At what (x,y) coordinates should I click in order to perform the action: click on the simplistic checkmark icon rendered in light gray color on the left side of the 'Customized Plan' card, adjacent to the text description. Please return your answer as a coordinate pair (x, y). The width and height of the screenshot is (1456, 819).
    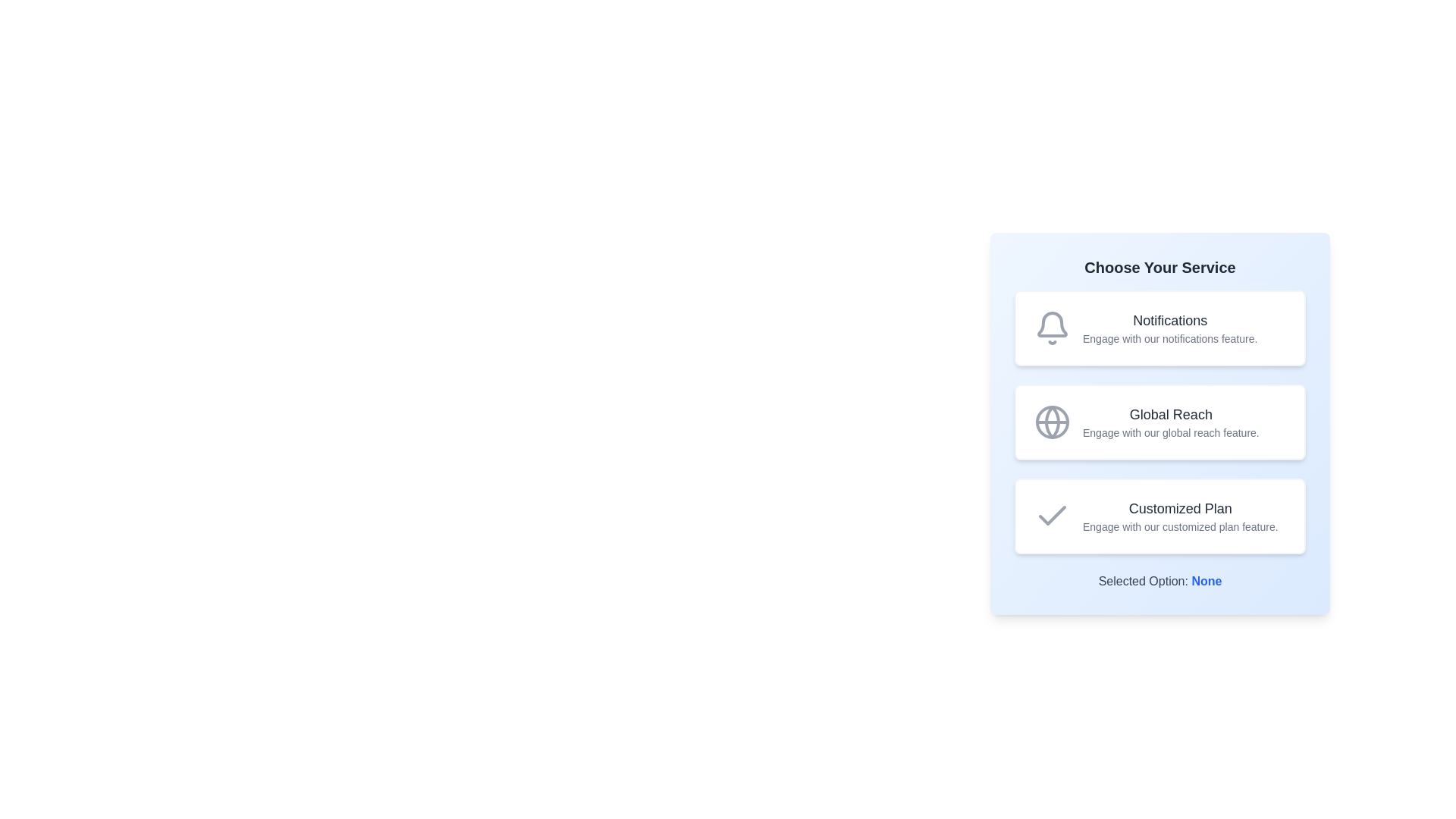
    Looking at the image, I should click on (1051, 516).